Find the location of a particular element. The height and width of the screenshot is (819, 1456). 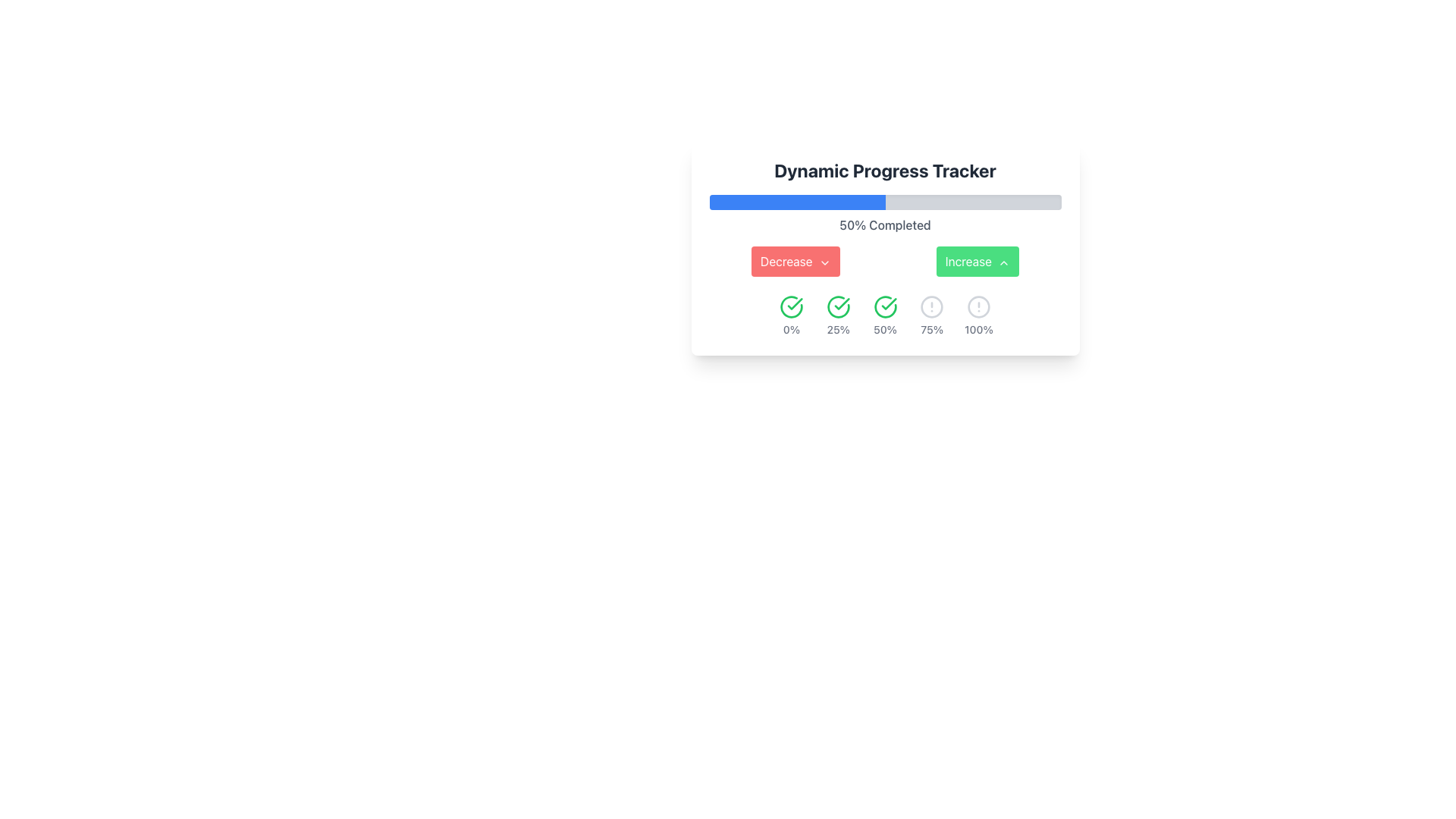

the Horizontal Button Group, which contains a red 'Decrease' button on the left and a green 'Increase' button on the right, located beneath the '50% Completed' text is located at coordinates (885, 260).